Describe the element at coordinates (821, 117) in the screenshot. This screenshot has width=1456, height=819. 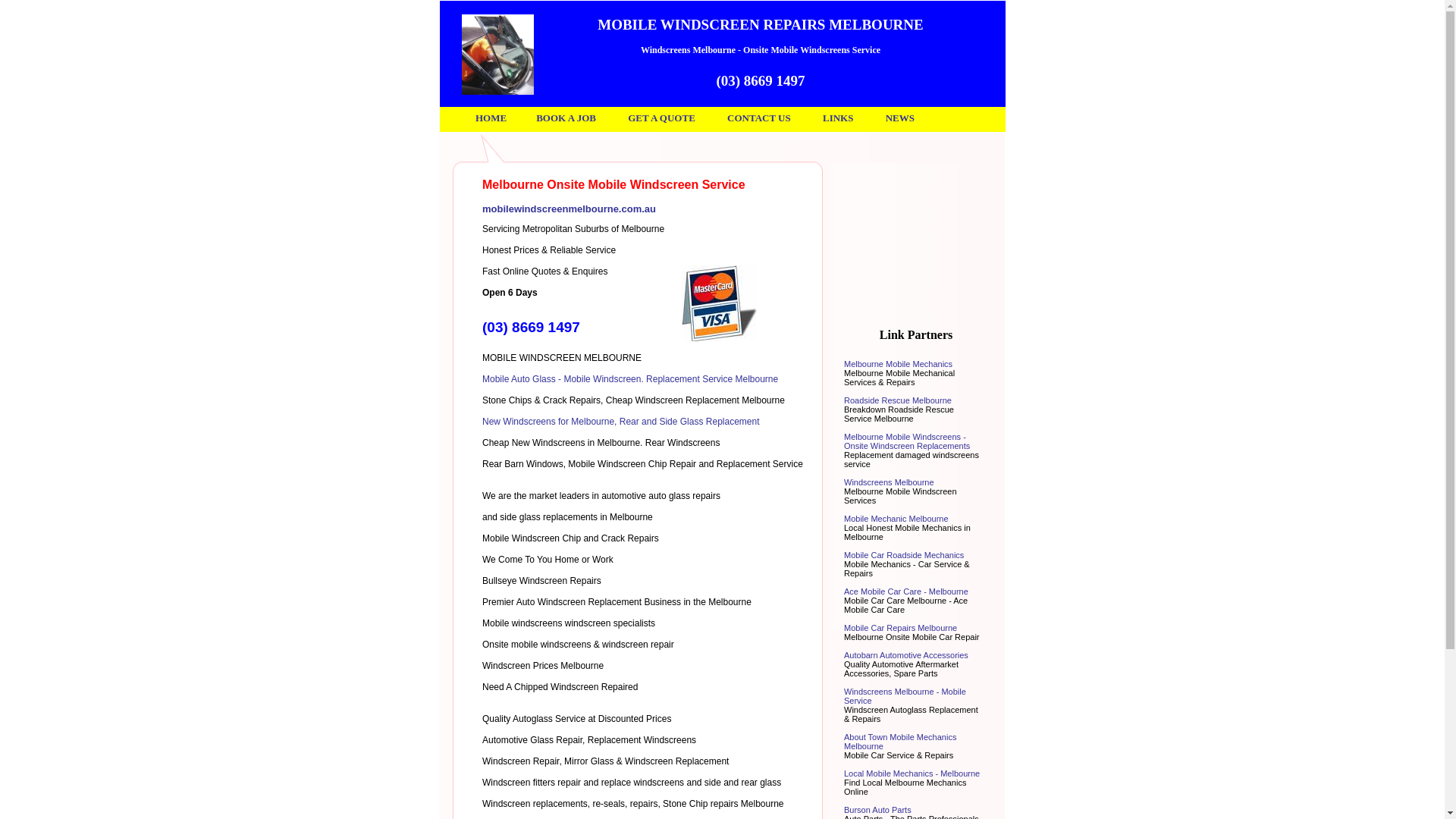
I see `'LINKS'` at that location.